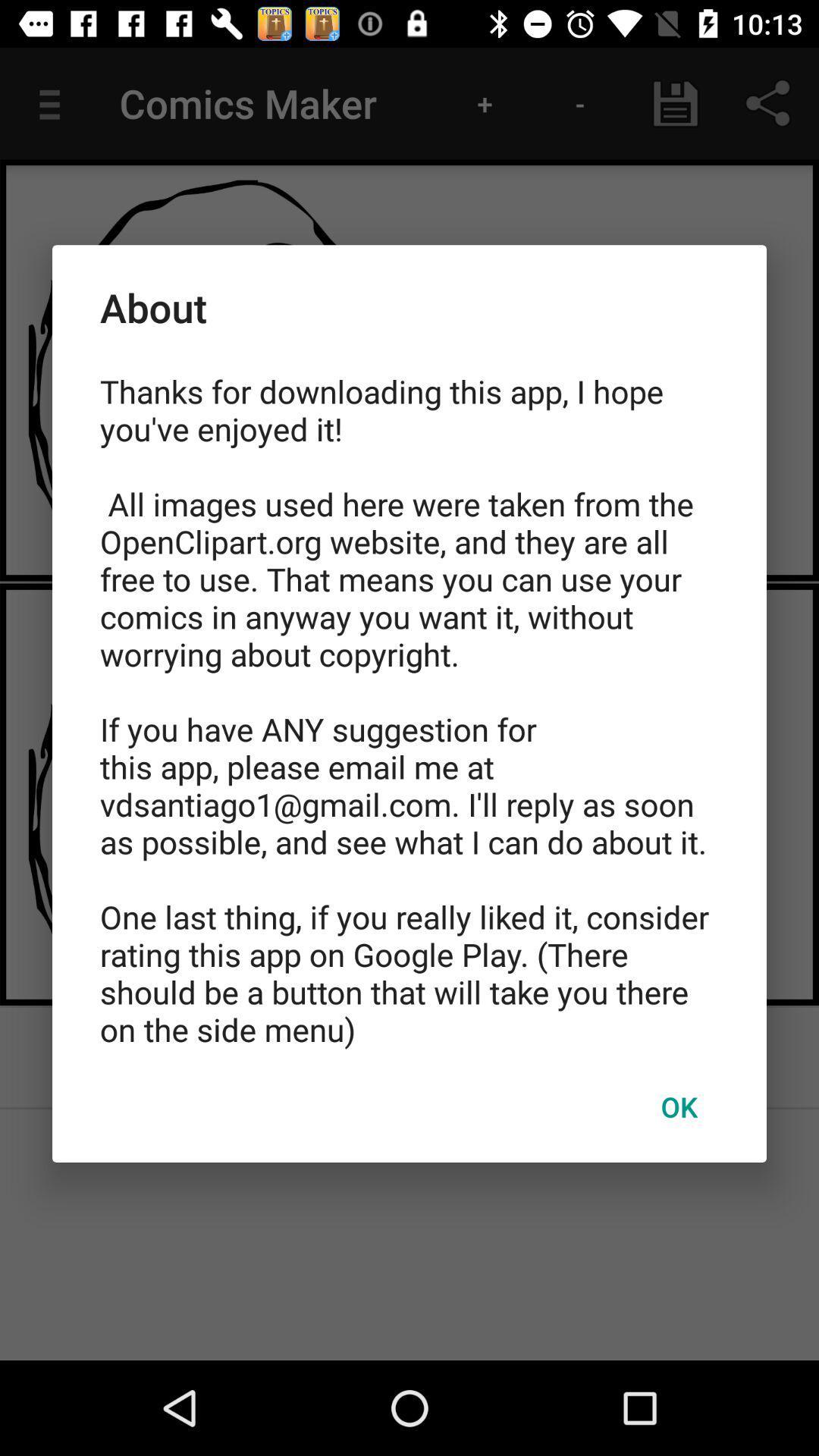 The height and width of the screenshot is (1456, 819). I want to click on the ok button, so click(678, 1106).